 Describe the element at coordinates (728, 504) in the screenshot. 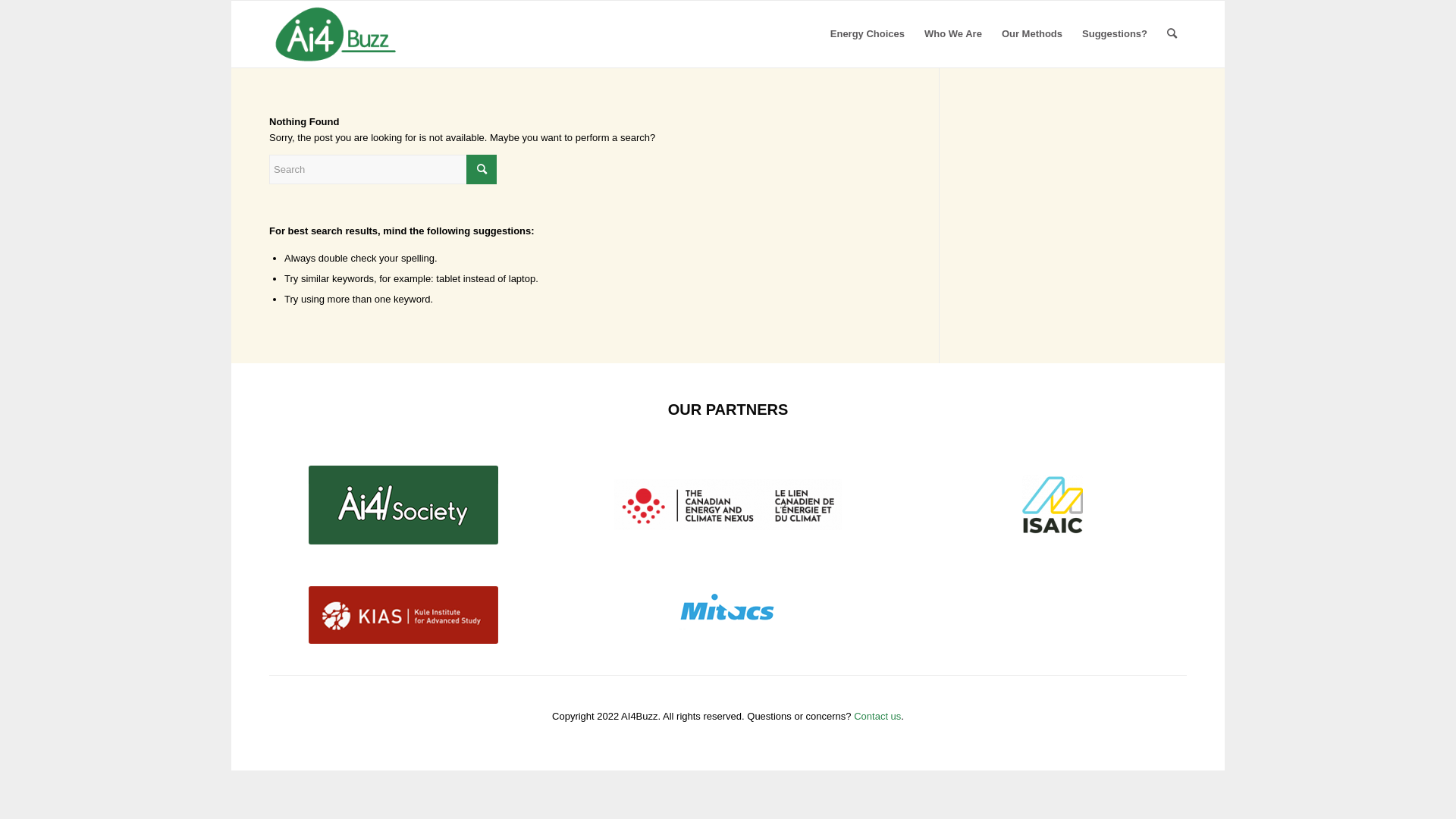

I see `'CECN_logo'` at that location.